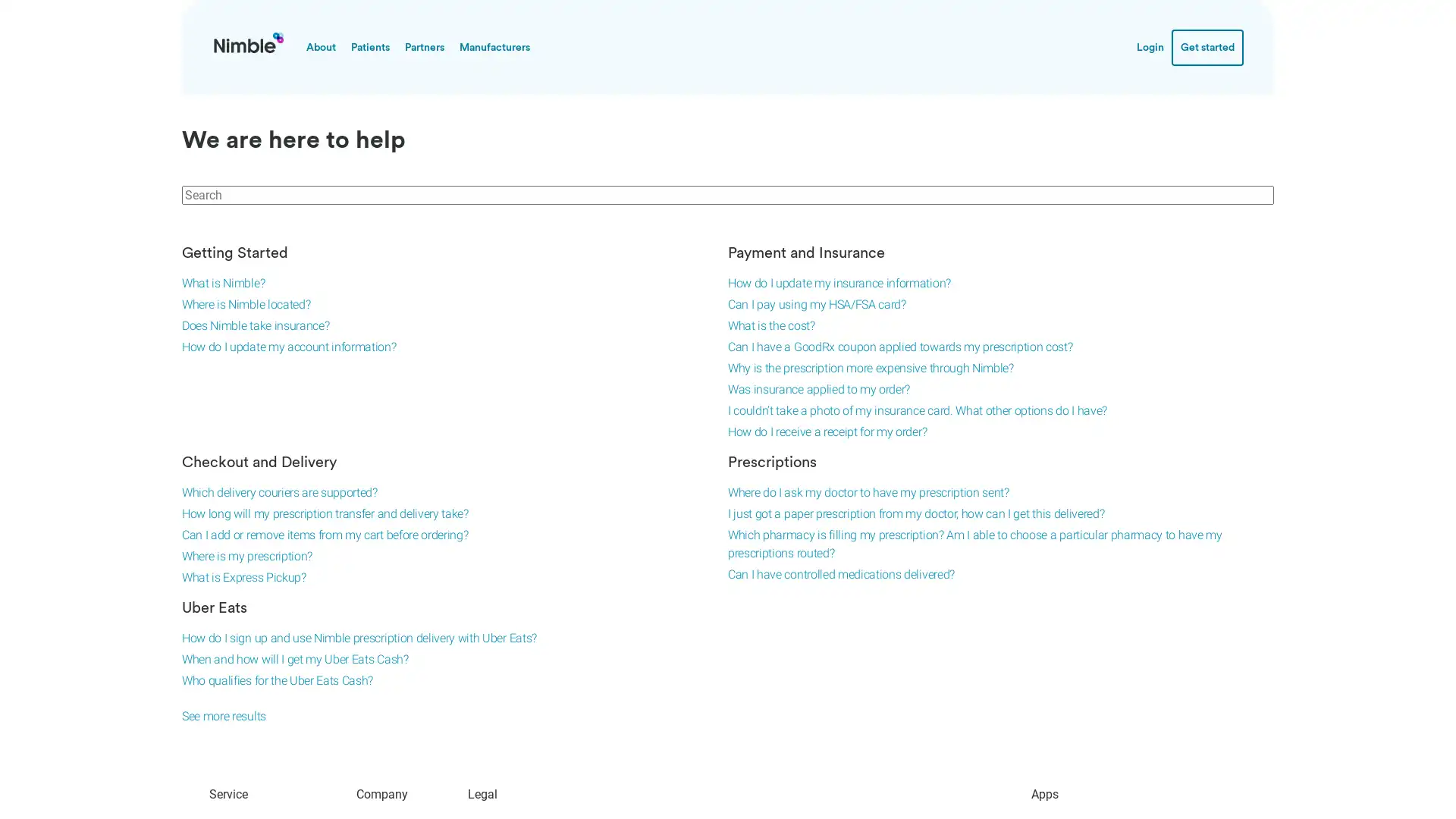 This screenshot has width=1456, height=819. What do you see at coordinates (425, 45) in the screenshot?
I see `Partners` at bounding box center [425, 45].